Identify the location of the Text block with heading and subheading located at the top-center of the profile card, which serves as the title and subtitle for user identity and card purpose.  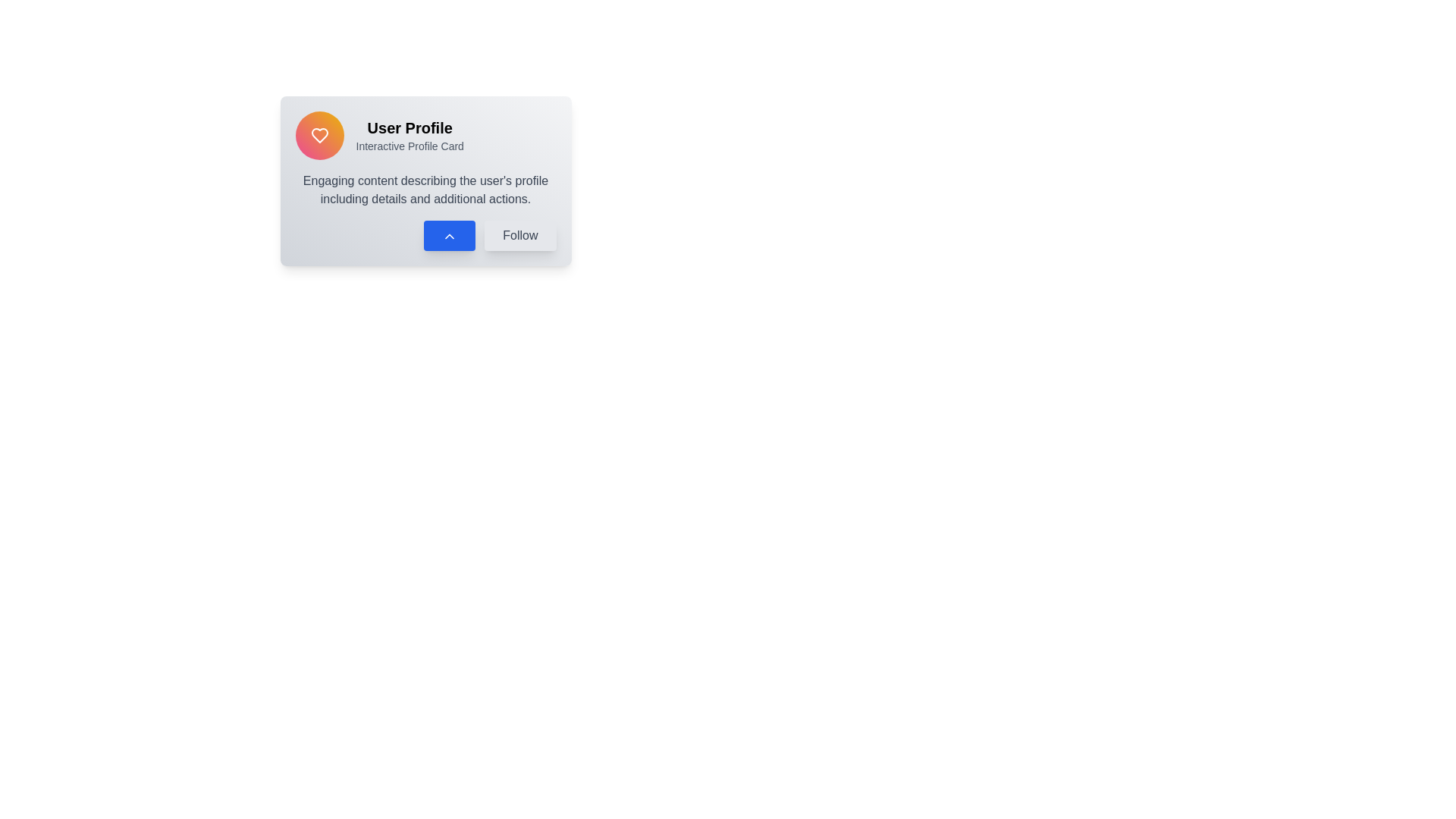
(409, 134).